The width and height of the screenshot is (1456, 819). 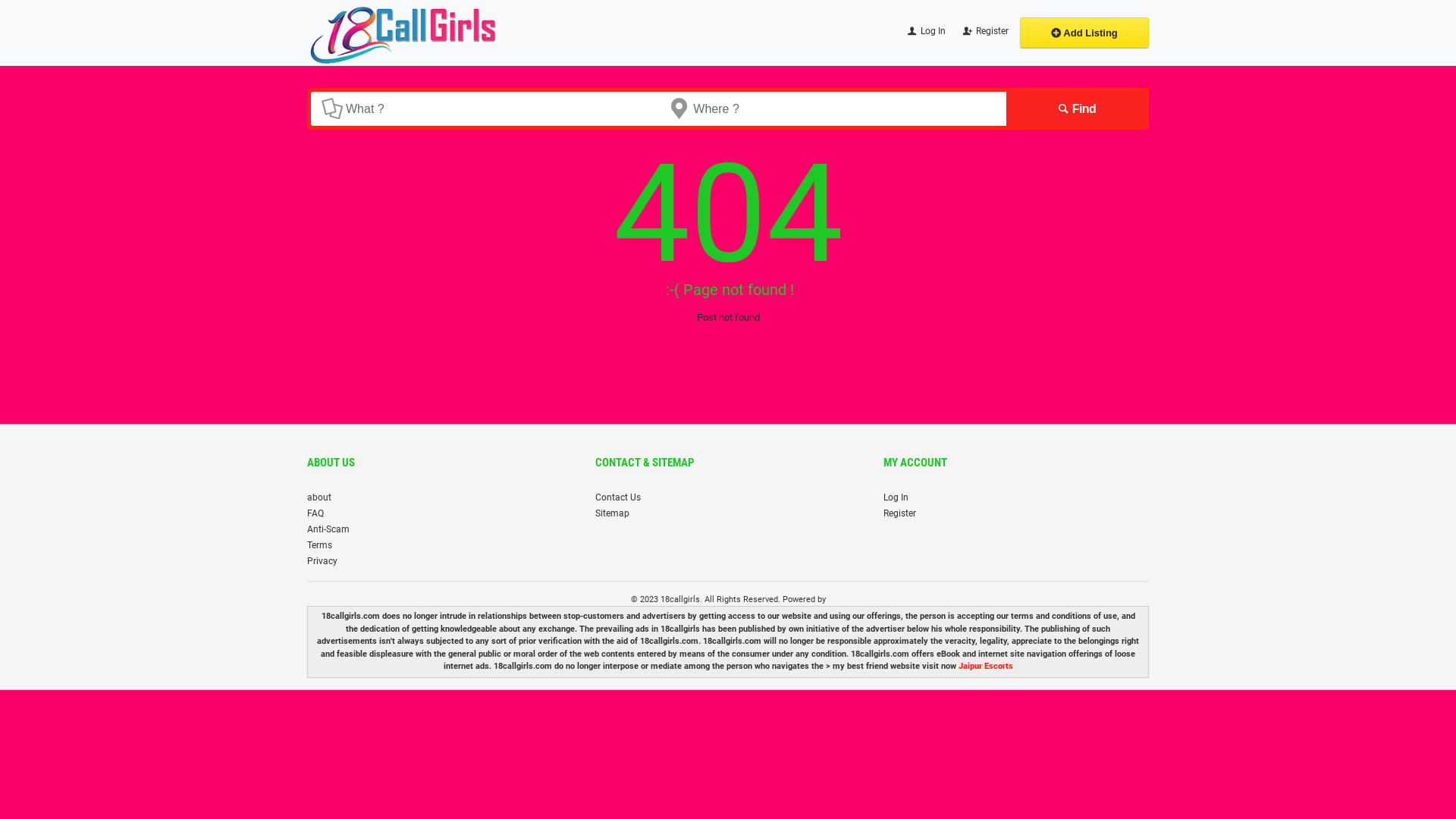 I want to click on 'Contact Us', so click(x=618, y=497).